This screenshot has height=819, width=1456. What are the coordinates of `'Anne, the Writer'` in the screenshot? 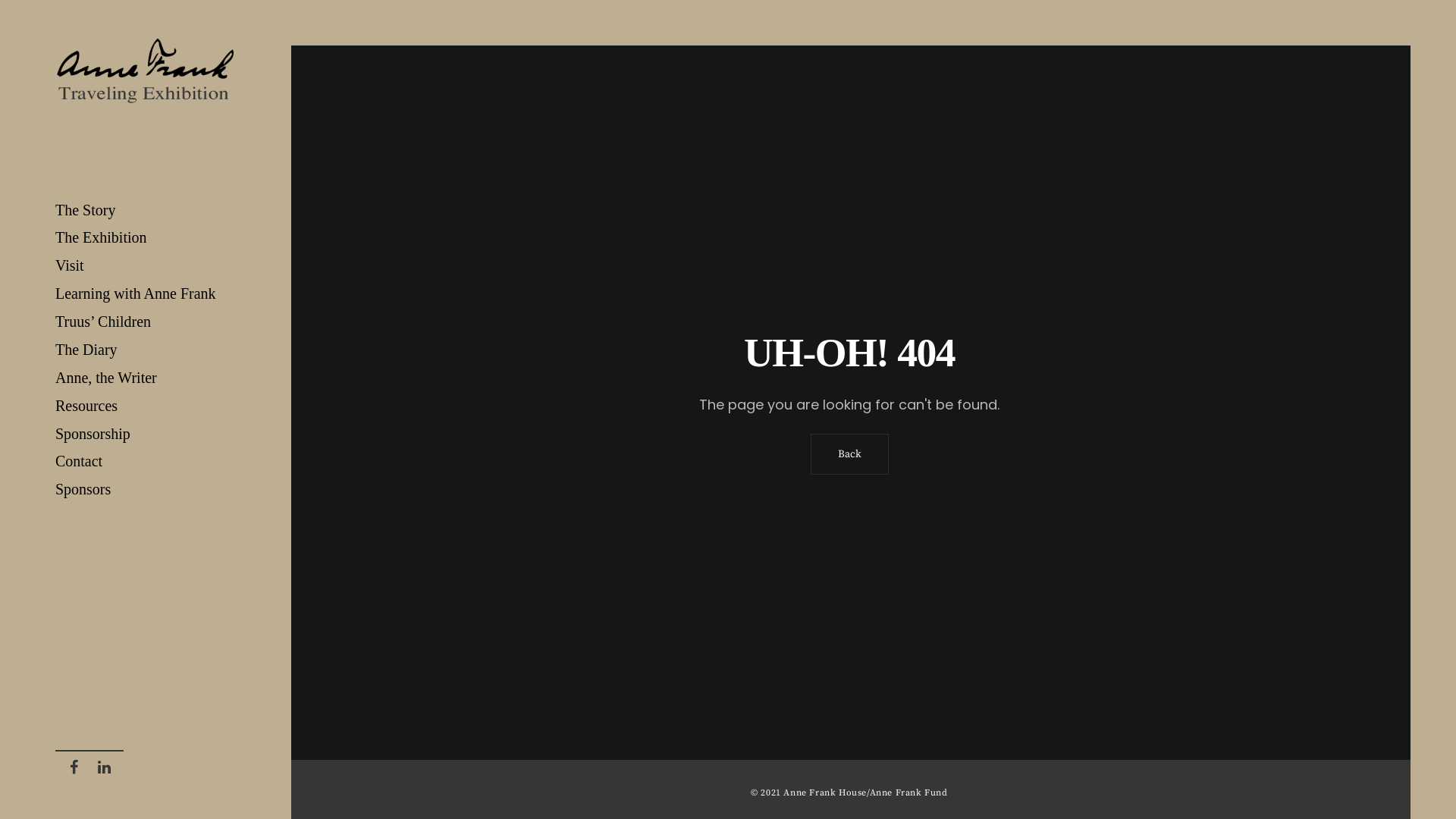 It's located at (146, 377).